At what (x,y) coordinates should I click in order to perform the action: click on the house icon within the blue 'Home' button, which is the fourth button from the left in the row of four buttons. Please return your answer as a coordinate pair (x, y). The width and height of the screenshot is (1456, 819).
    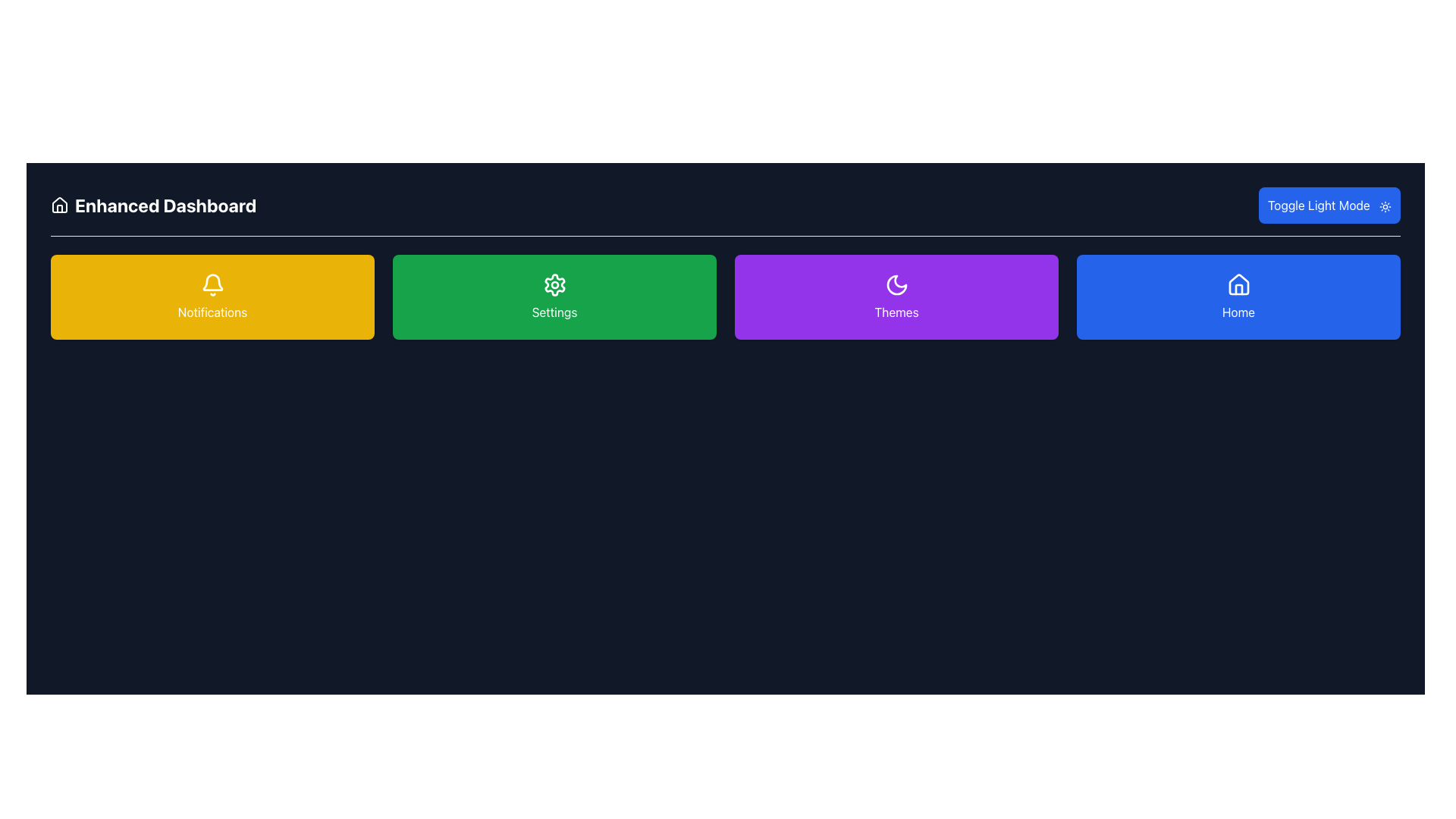
    Looking at the image, I should click on (1238, 289).